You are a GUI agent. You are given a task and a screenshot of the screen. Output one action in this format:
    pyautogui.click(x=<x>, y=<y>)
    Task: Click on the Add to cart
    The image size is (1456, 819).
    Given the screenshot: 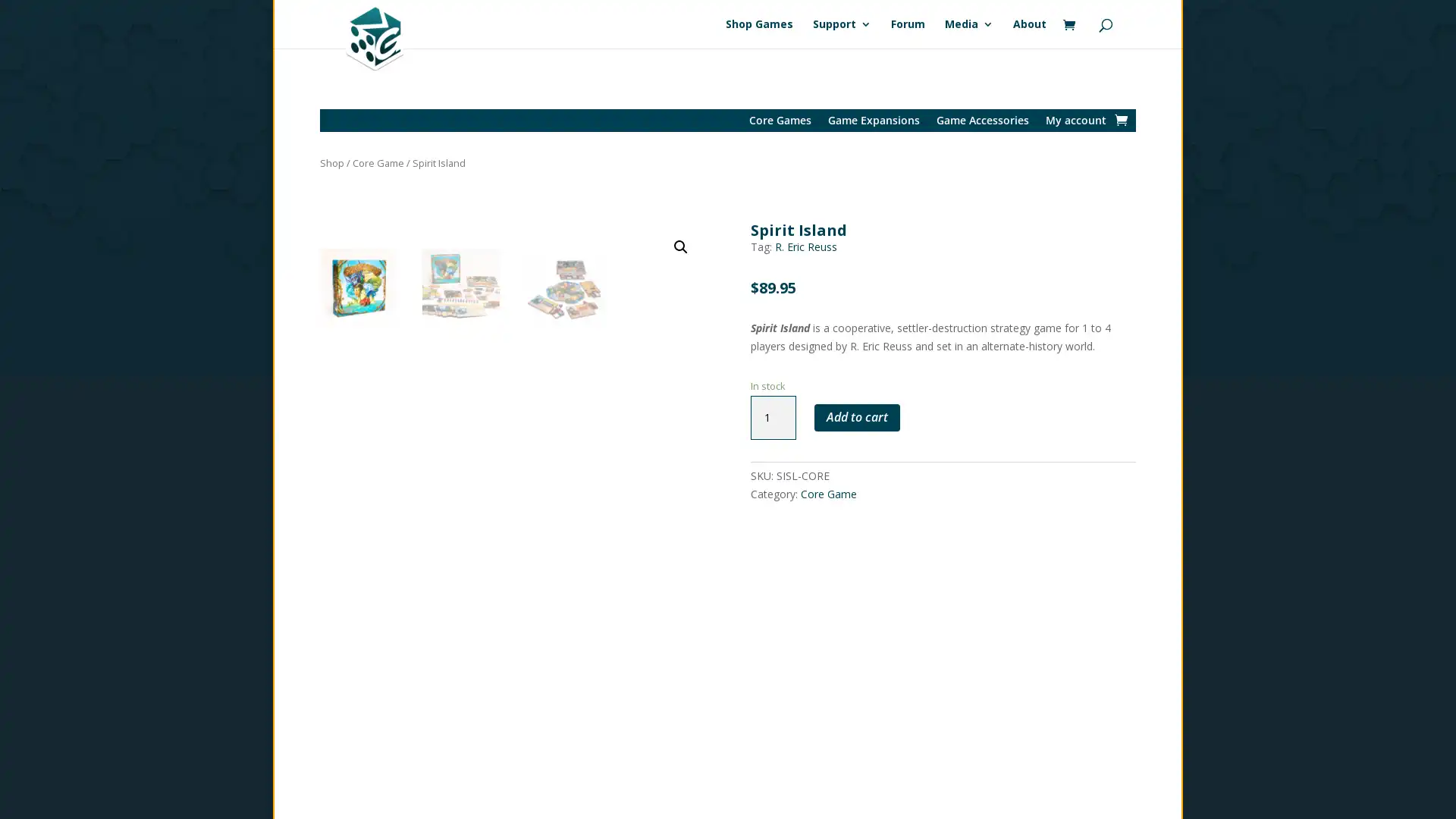 What is the action you would take?
    pyautogui.click(x=856, y=417)
    